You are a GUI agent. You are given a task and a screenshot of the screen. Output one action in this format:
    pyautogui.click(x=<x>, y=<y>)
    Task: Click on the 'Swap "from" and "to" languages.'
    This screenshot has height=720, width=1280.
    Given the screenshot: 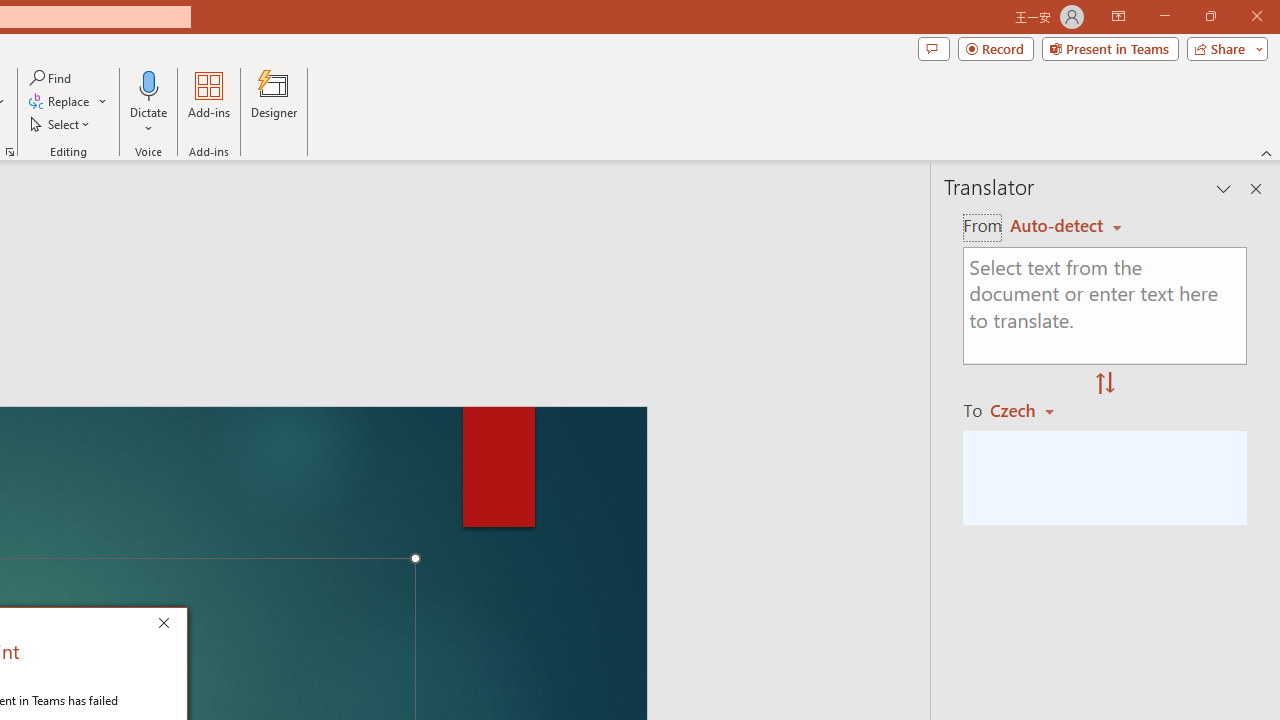 What is the action you would take?
    pyautogui.click(x=1104, y=384)
    